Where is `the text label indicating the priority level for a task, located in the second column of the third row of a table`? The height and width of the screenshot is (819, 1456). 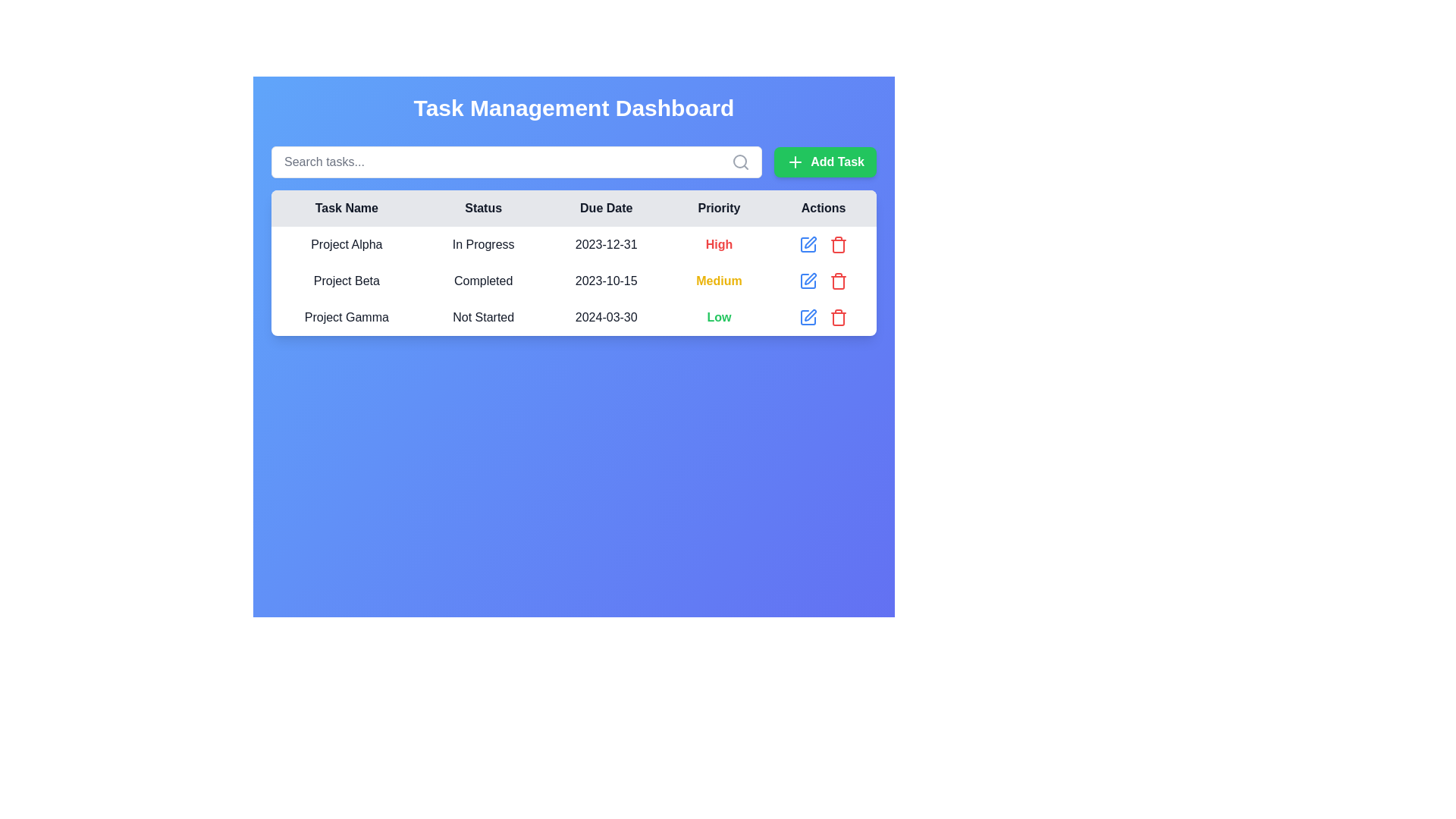 the text label indicating the priority level for a task, located in the second column of the third row of a table is located at coordinates (718, 243).